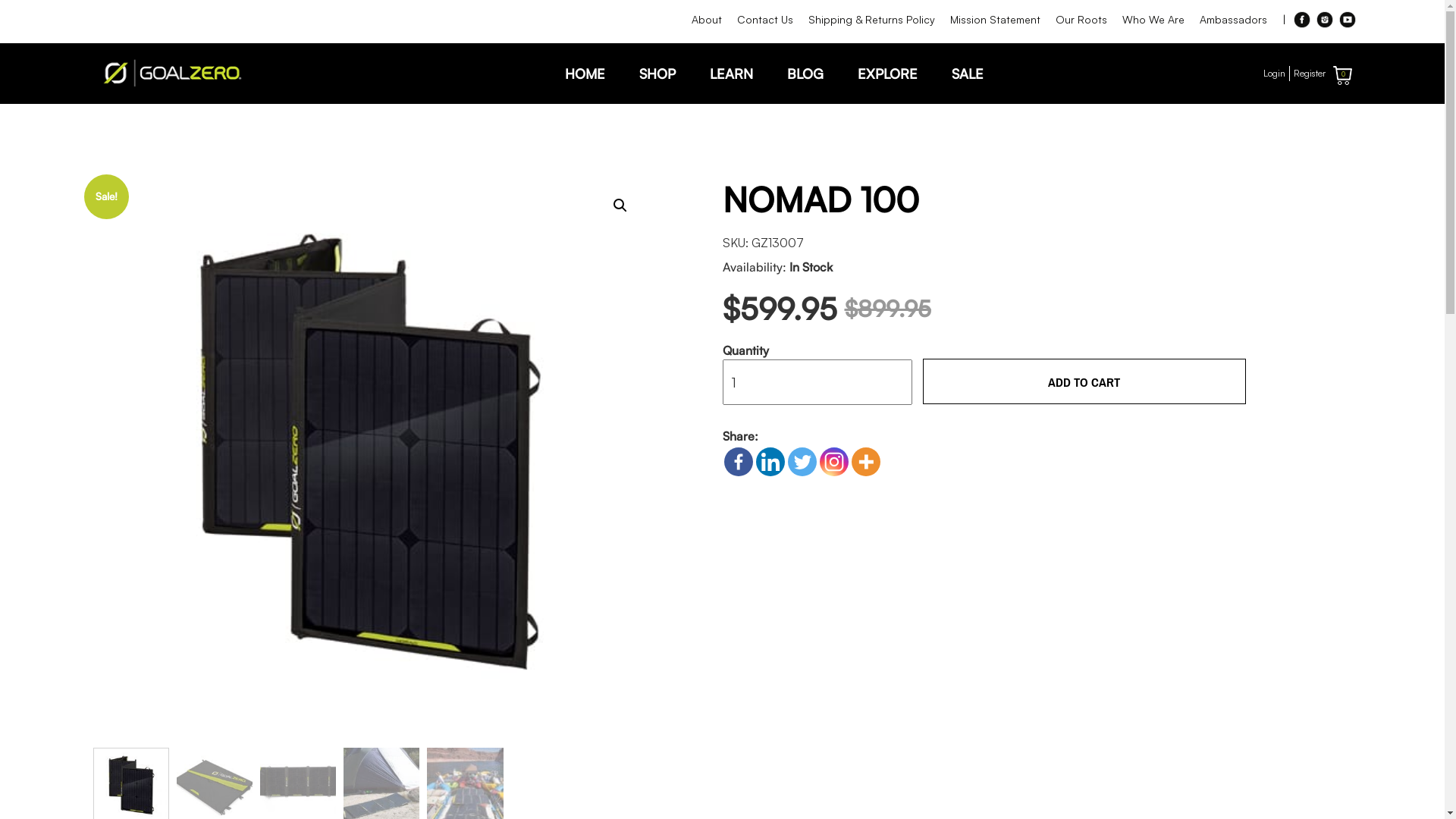 The width and height of the screenshot is (1456, 819). What do you see at coordinates (886, 73) in the screenshot?
I see `'EXPLORE'` at bounding box center [886, 73].